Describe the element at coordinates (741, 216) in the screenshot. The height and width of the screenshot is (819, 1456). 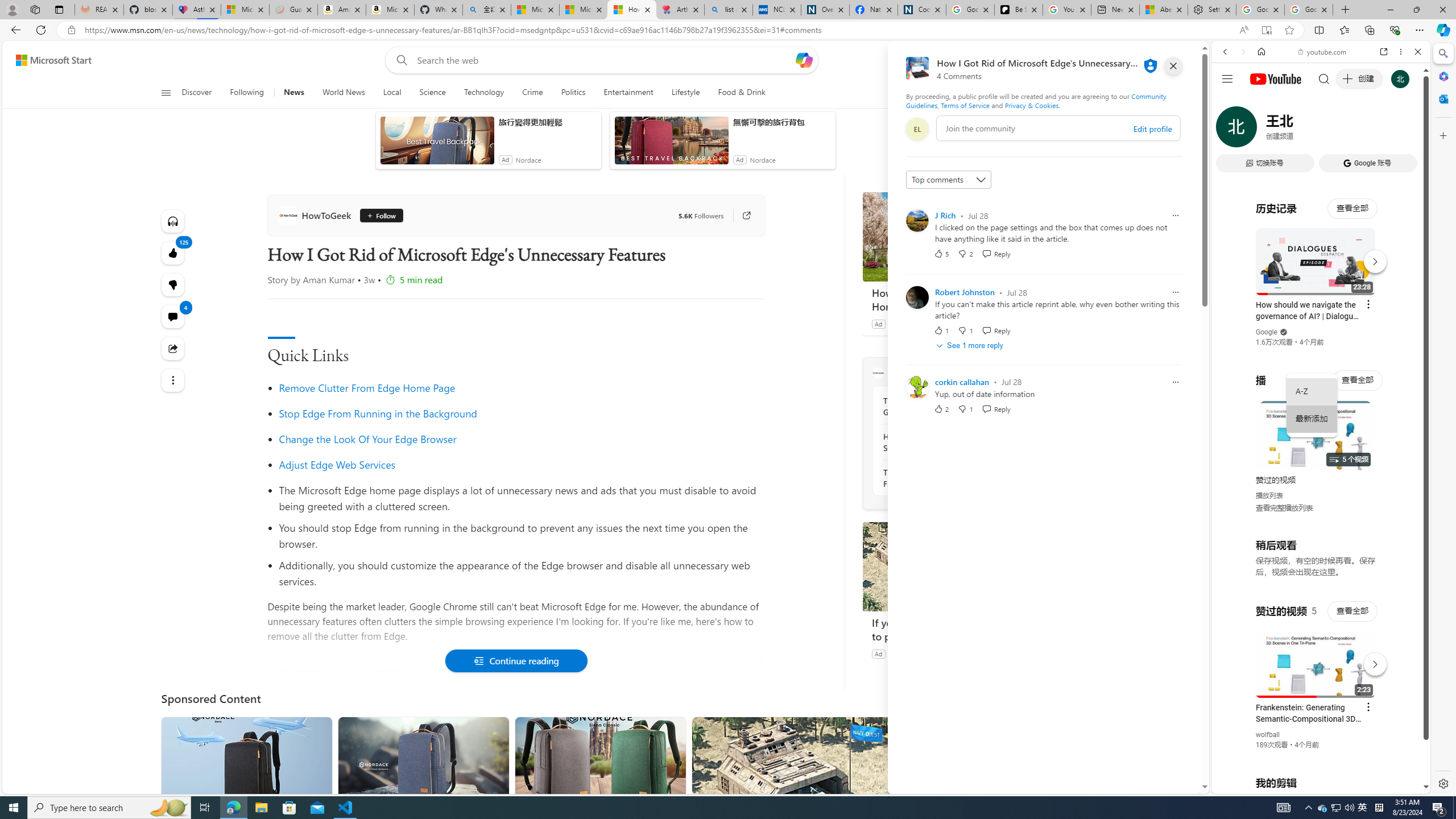
I see `'Go to publisher'` at that location.